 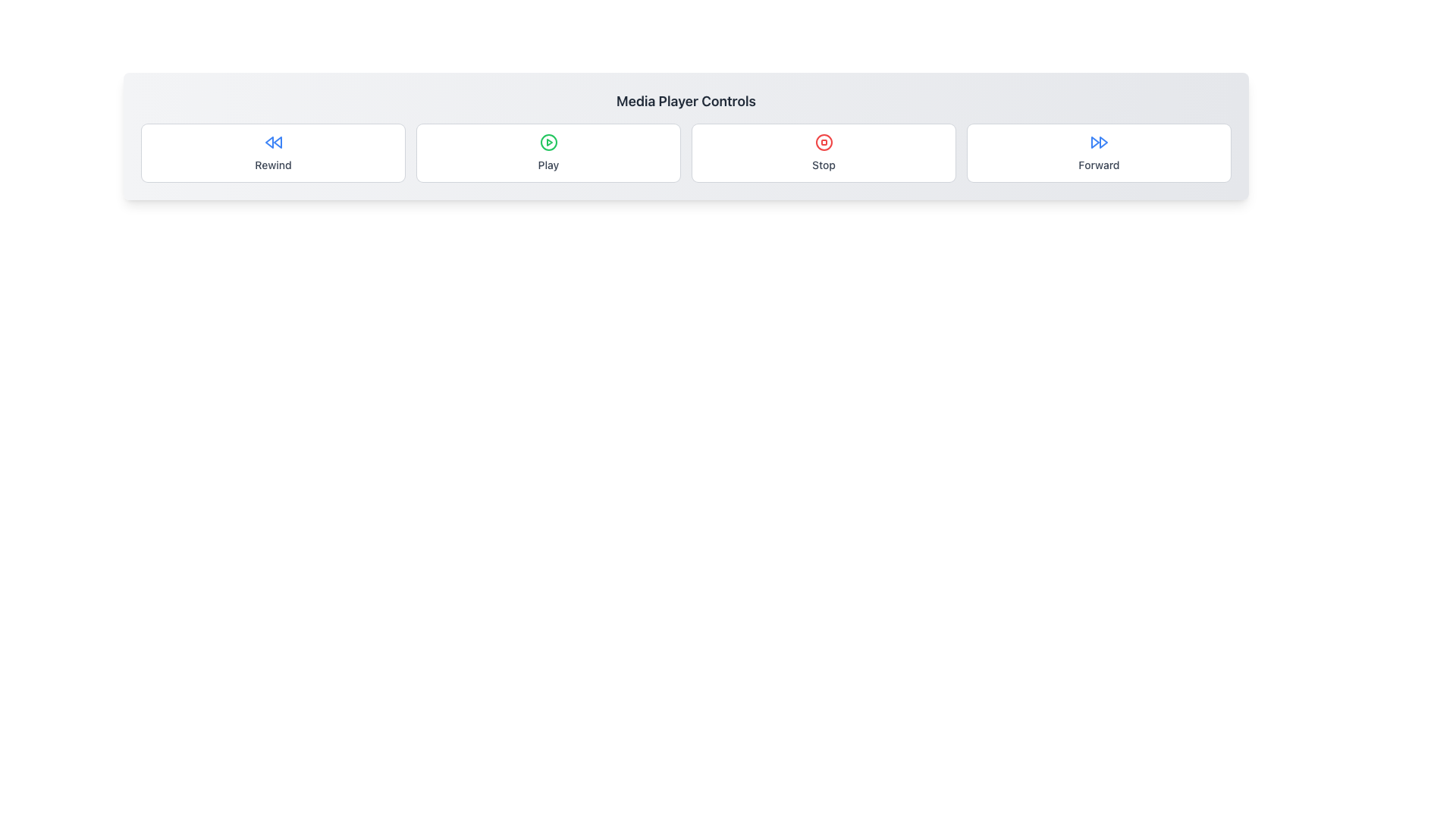 I want to click on the 'Rewind' control icon in the media player interface, so click(x=273, y=143).